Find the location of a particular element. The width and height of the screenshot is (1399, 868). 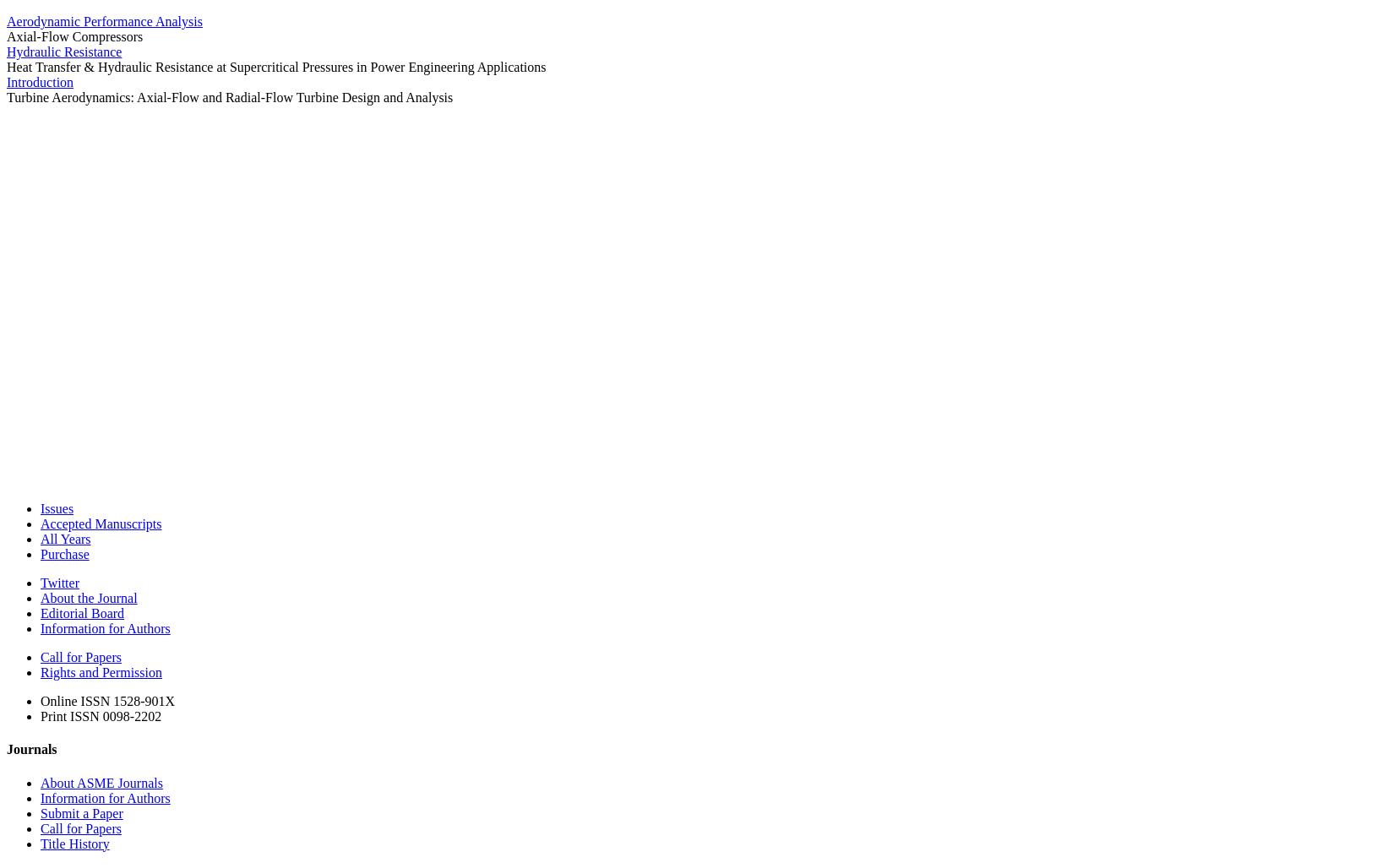

'Hydraulic Resistance' is located at coordinates (63, 52).